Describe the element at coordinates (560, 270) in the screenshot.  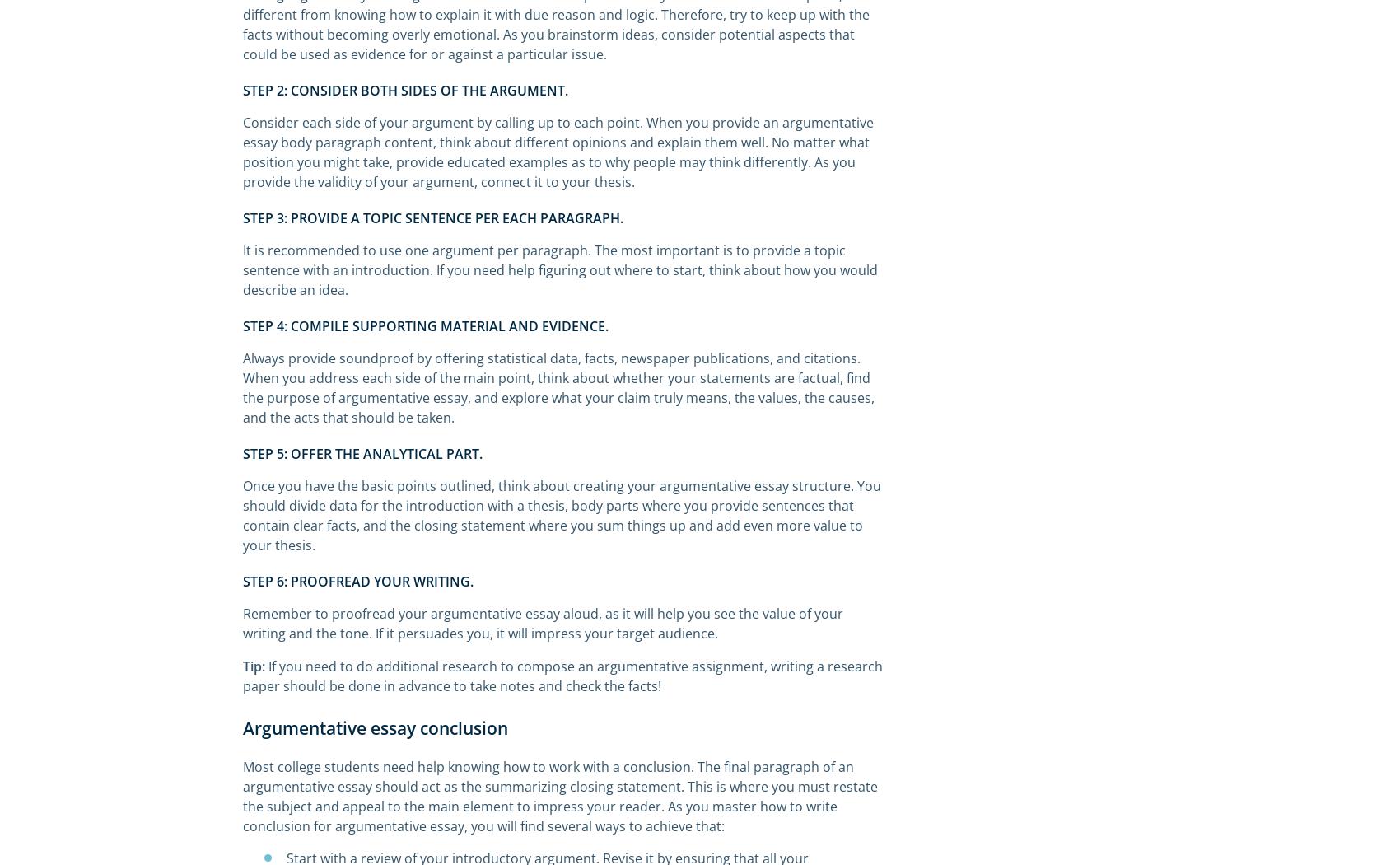
I see `'It is recommended to use one argument per paragraph. The most important is to provide a topic sentence with an introduction. If you need help figuring out where to start, think about how you would describe an idea.'` at that location.